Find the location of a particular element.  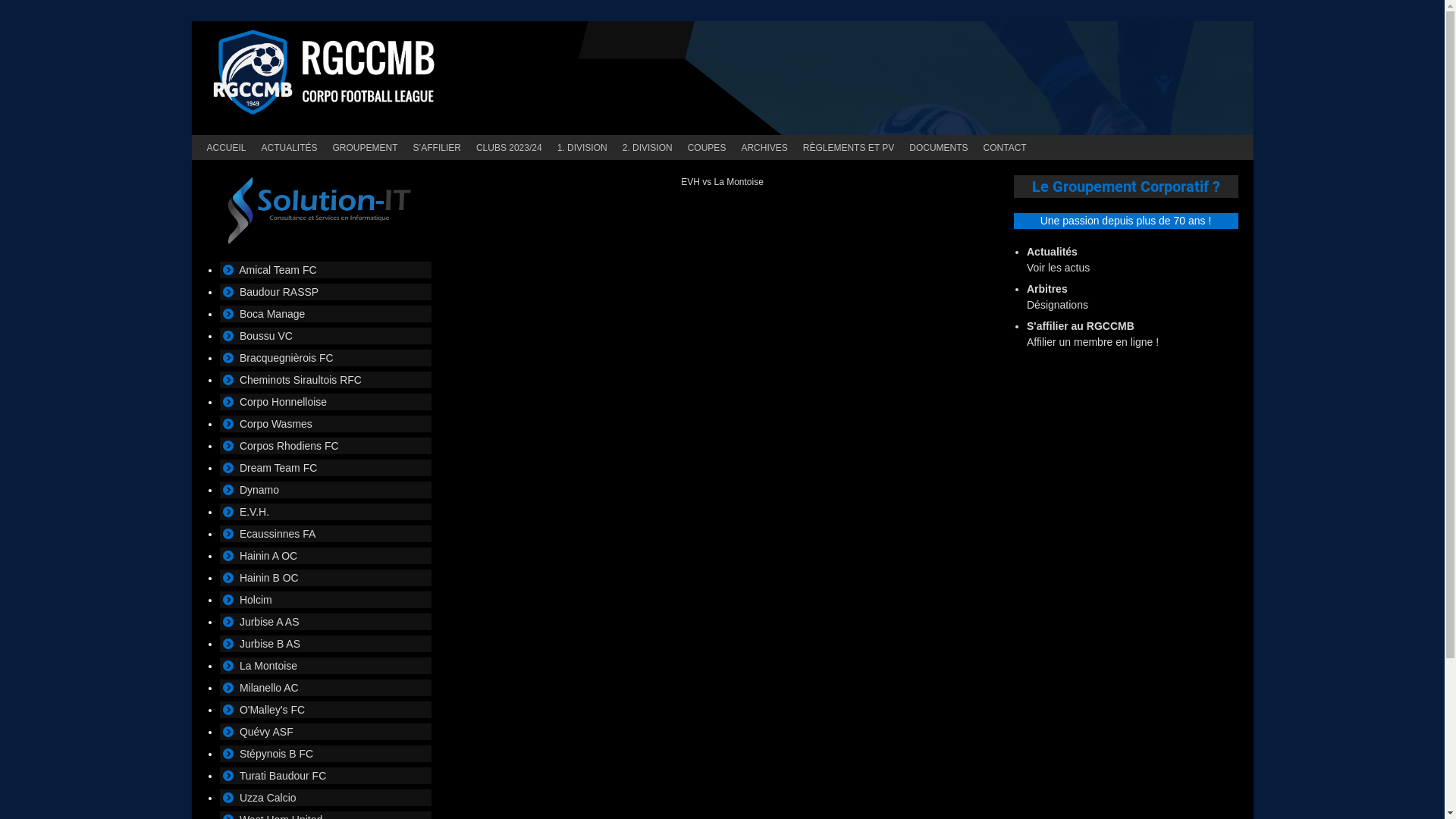

'Hainin B OC' is located at coordinates (269, 578).